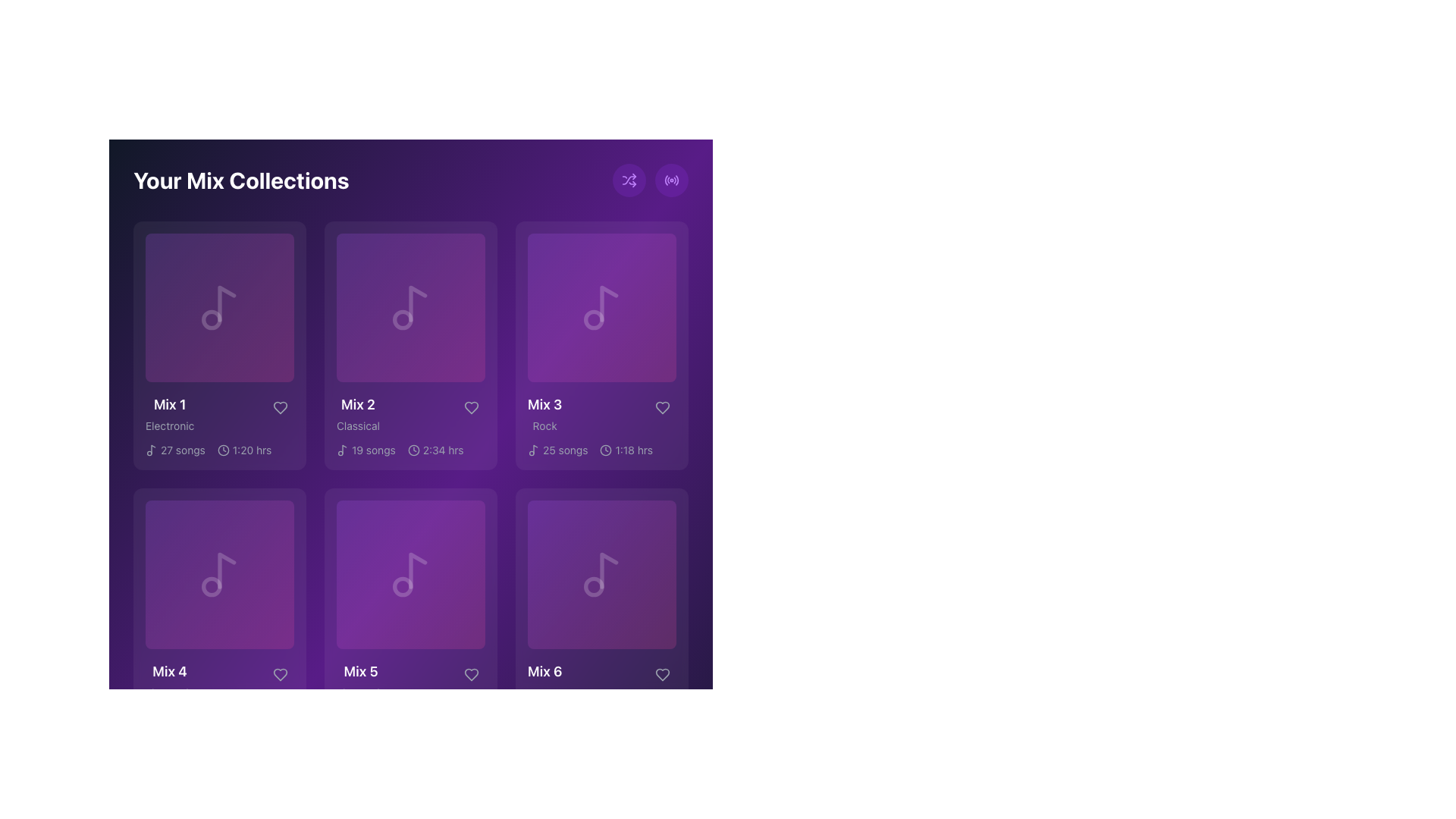  What do you see at coordinates (218, 307) in the screenshot?
I see `the play icon button` at bounding box center [218, 307].